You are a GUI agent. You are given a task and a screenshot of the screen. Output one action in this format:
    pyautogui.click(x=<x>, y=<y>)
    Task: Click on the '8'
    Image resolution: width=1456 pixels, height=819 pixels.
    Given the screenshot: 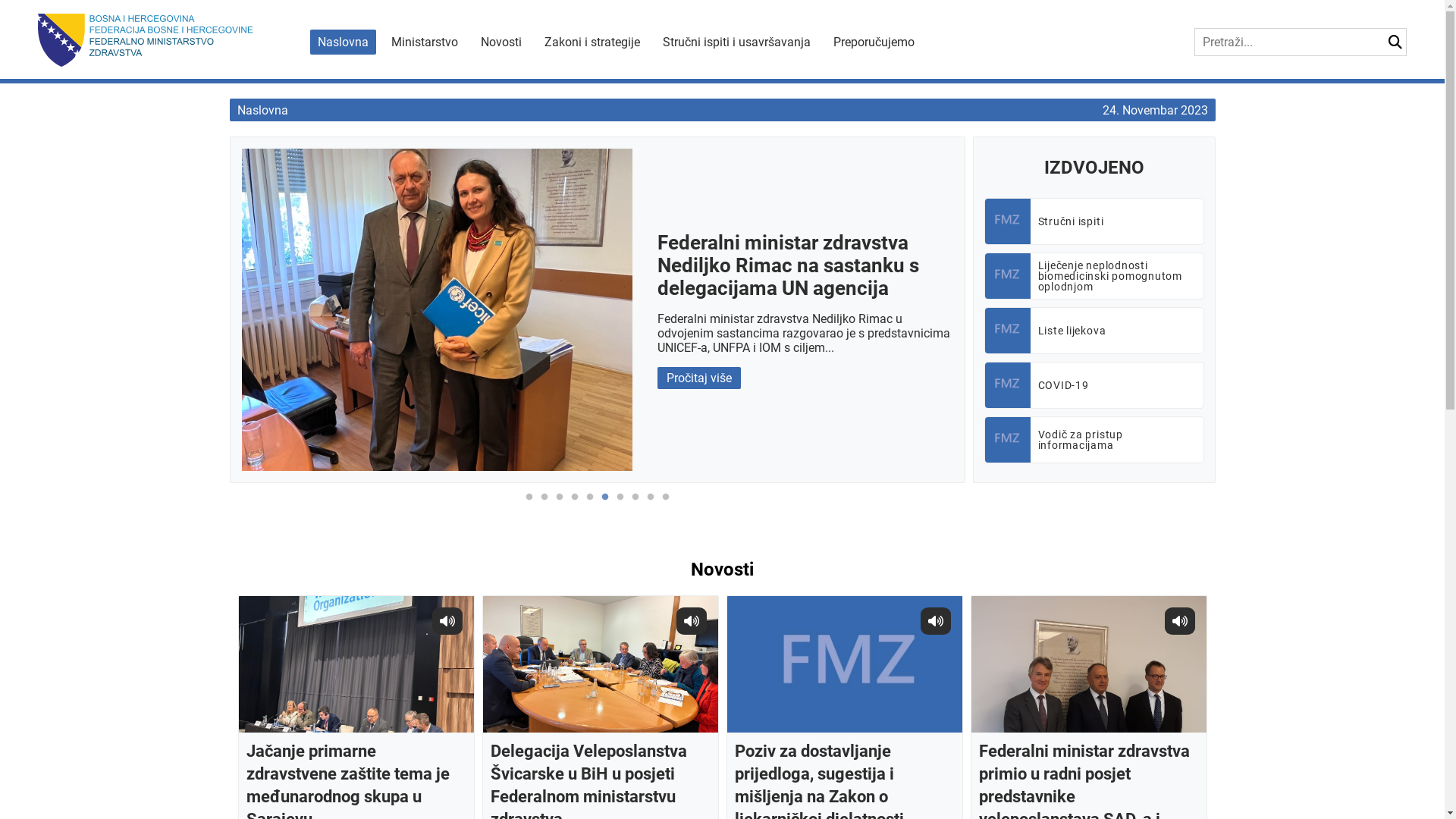 What is the action you would take?
    pyautogui.click(x=628, y=505)
    